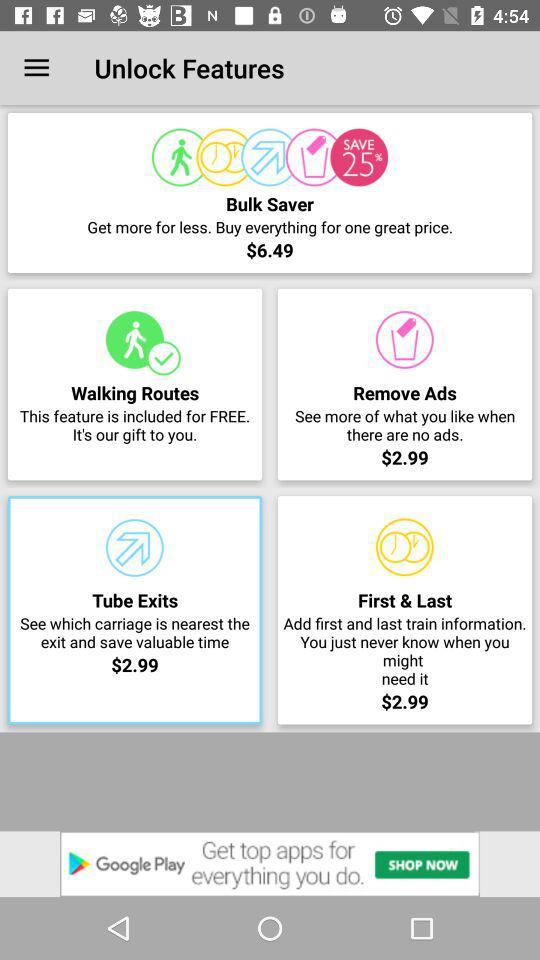  What do you see at coordinates (36, 68) in the screenshot?
I see `icon next to the unlock features item` at bounding box center [36, 68].